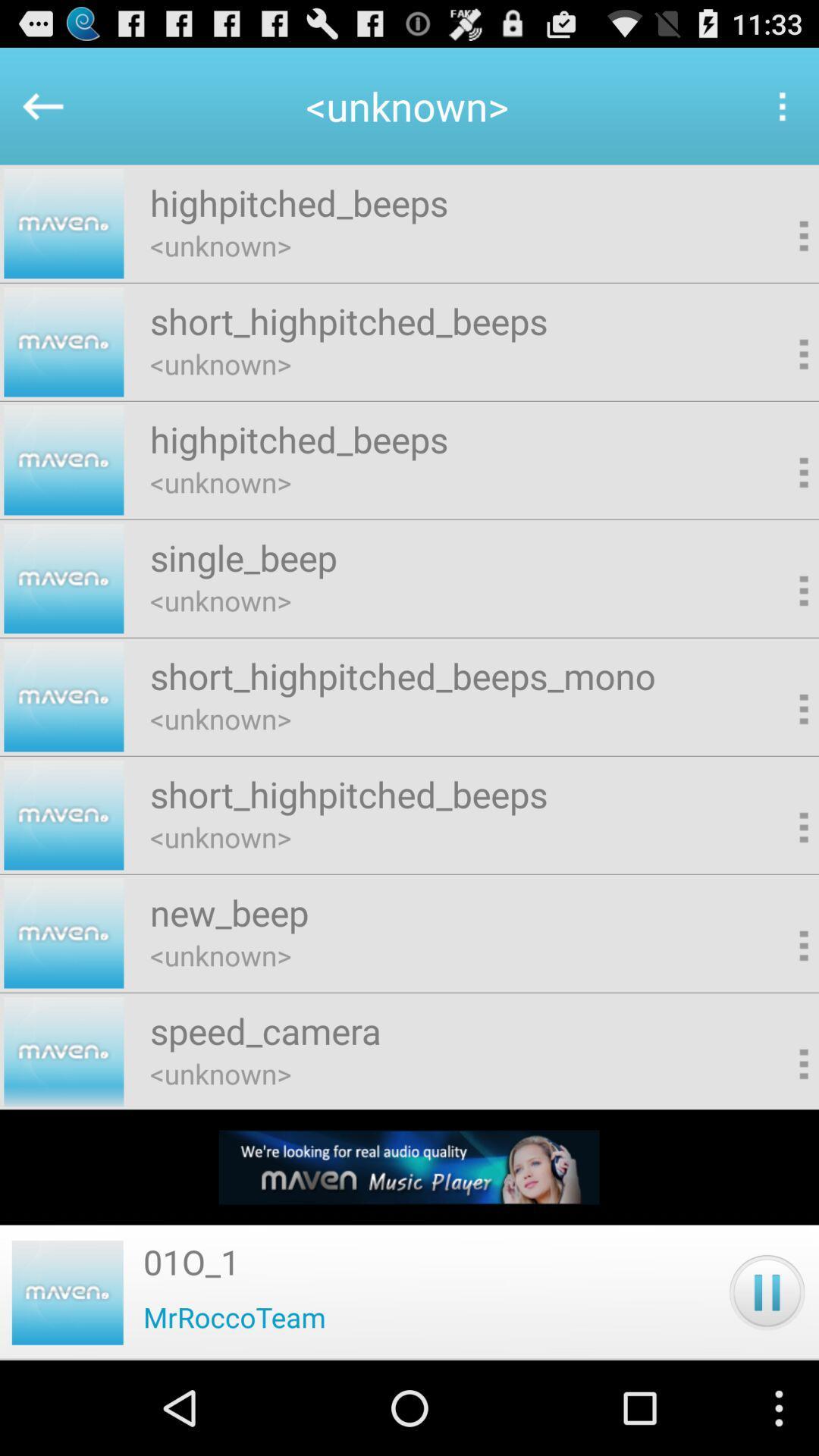 The image size is (819, 1456). What do you see at coordinates (779, 507) in the screenshot?
I see `the more icon` at bounding box center [779, 507].